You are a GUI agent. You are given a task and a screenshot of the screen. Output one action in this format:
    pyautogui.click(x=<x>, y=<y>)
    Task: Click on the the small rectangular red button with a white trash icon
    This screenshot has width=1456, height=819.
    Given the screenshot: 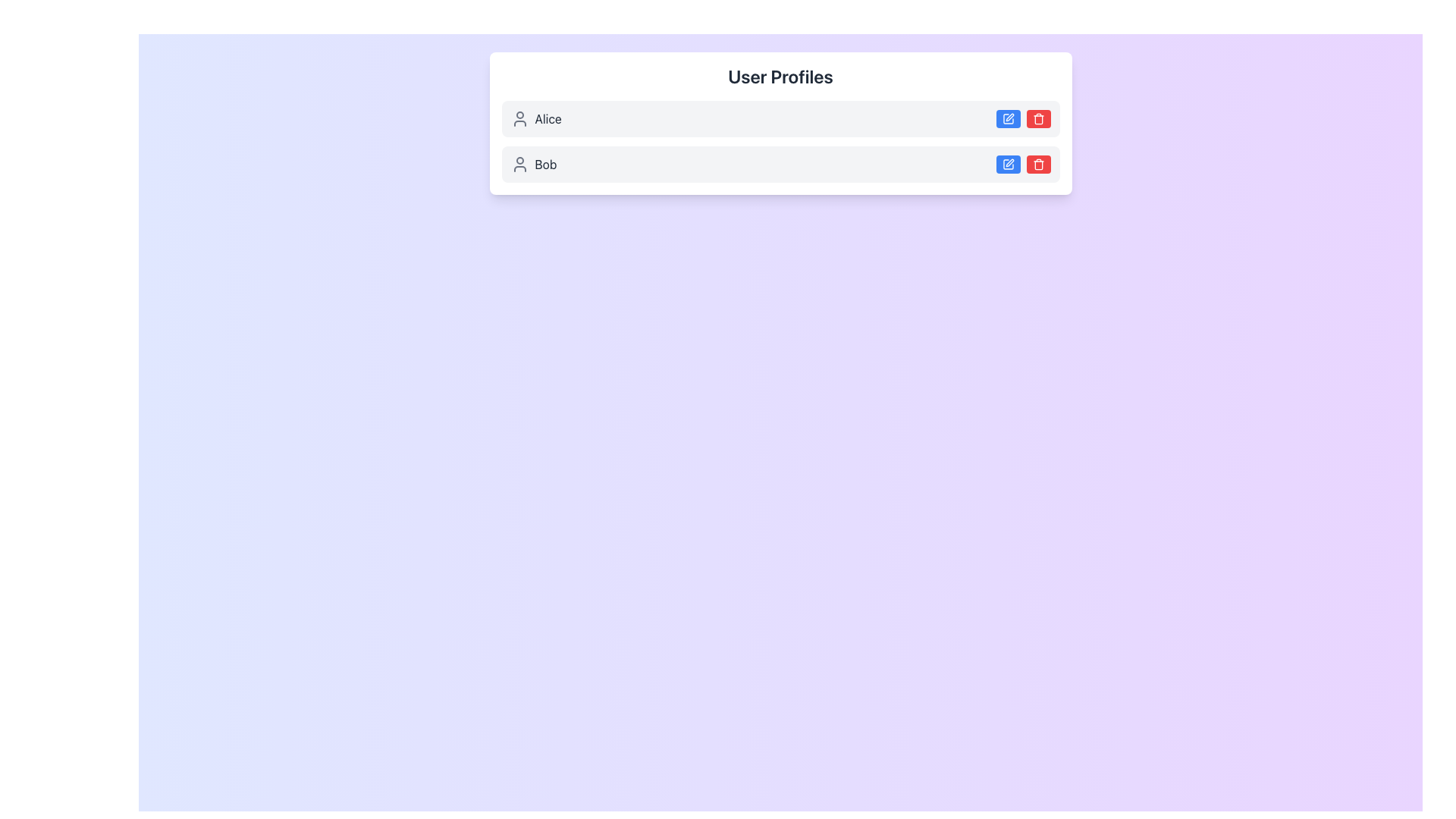 What is the action you would take?
    pyautogui.click(x=1037, y=164)
    